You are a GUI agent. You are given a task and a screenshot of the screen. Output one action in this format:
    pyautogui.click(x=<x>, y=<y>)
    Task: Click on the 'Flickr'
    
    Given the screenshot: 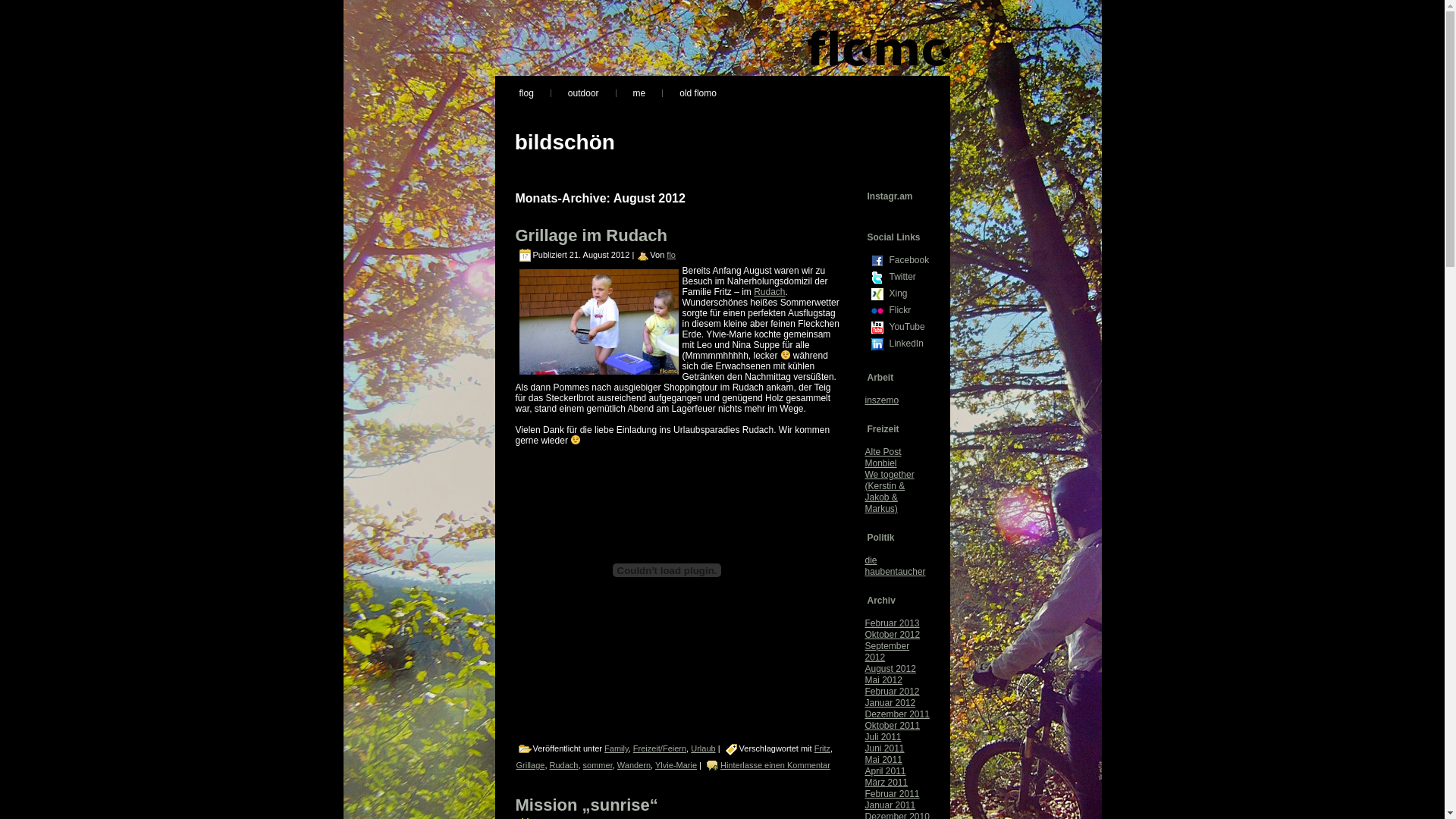 What is the action you would take?
    pyautogui.click(x=908, y=309)
    